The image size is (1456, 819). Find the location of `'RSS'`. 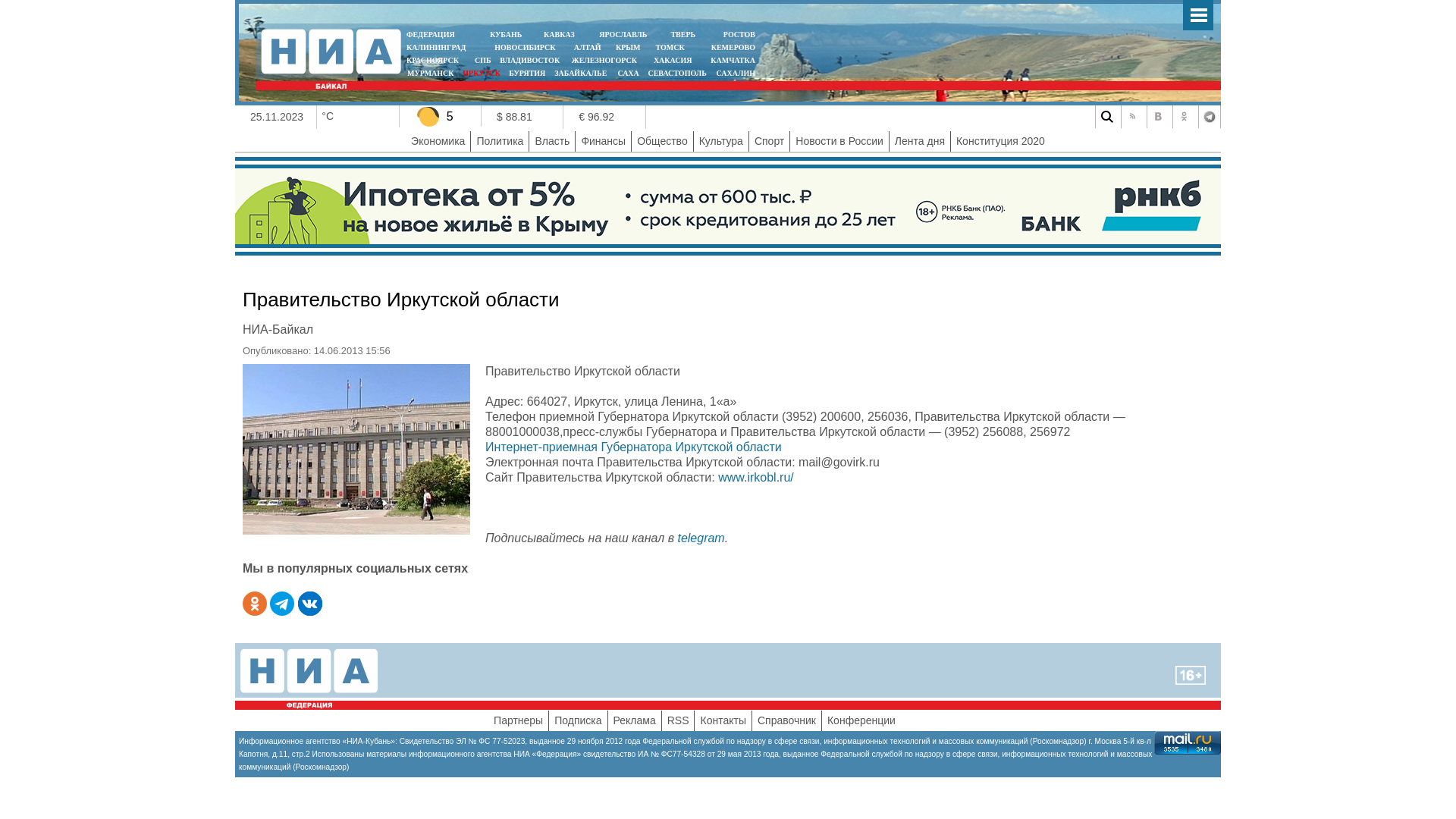

'RSS' is located at coordinates (667, 719).